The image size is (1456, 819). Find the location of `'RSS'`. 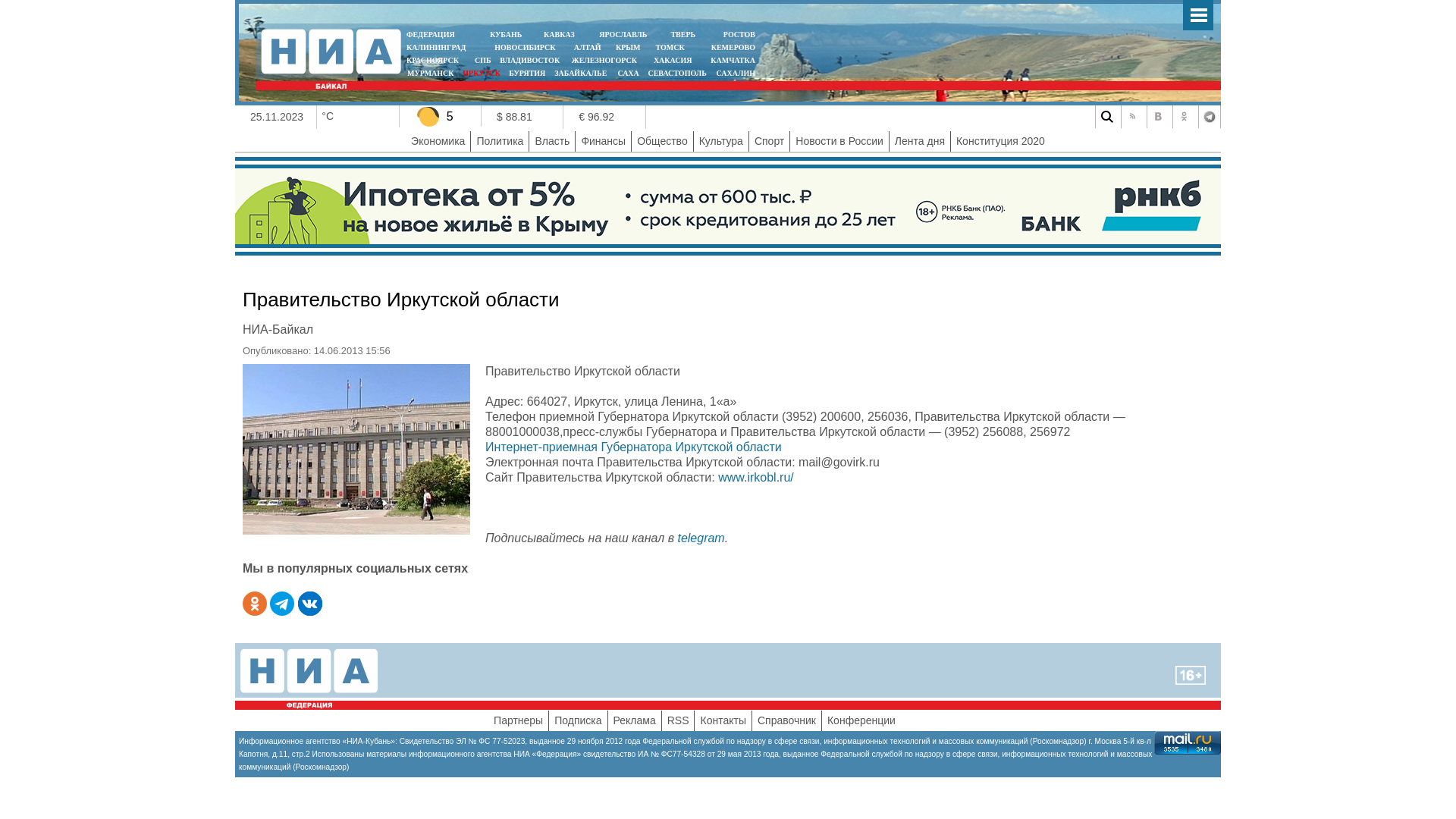

'RSS' is located at coordinates (667, 719).